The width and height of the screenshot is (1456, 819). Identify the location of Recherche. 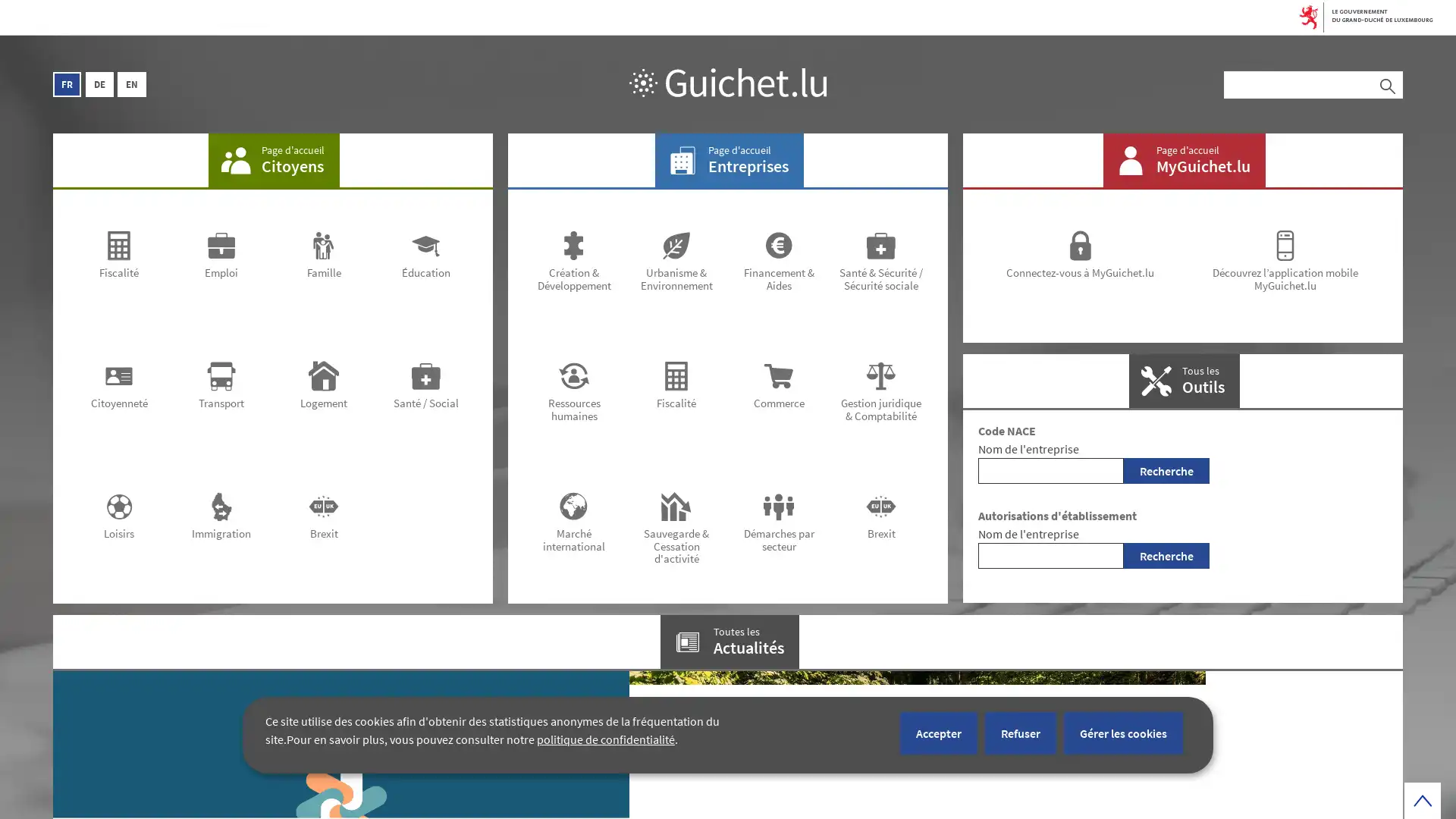
(1165, 470).